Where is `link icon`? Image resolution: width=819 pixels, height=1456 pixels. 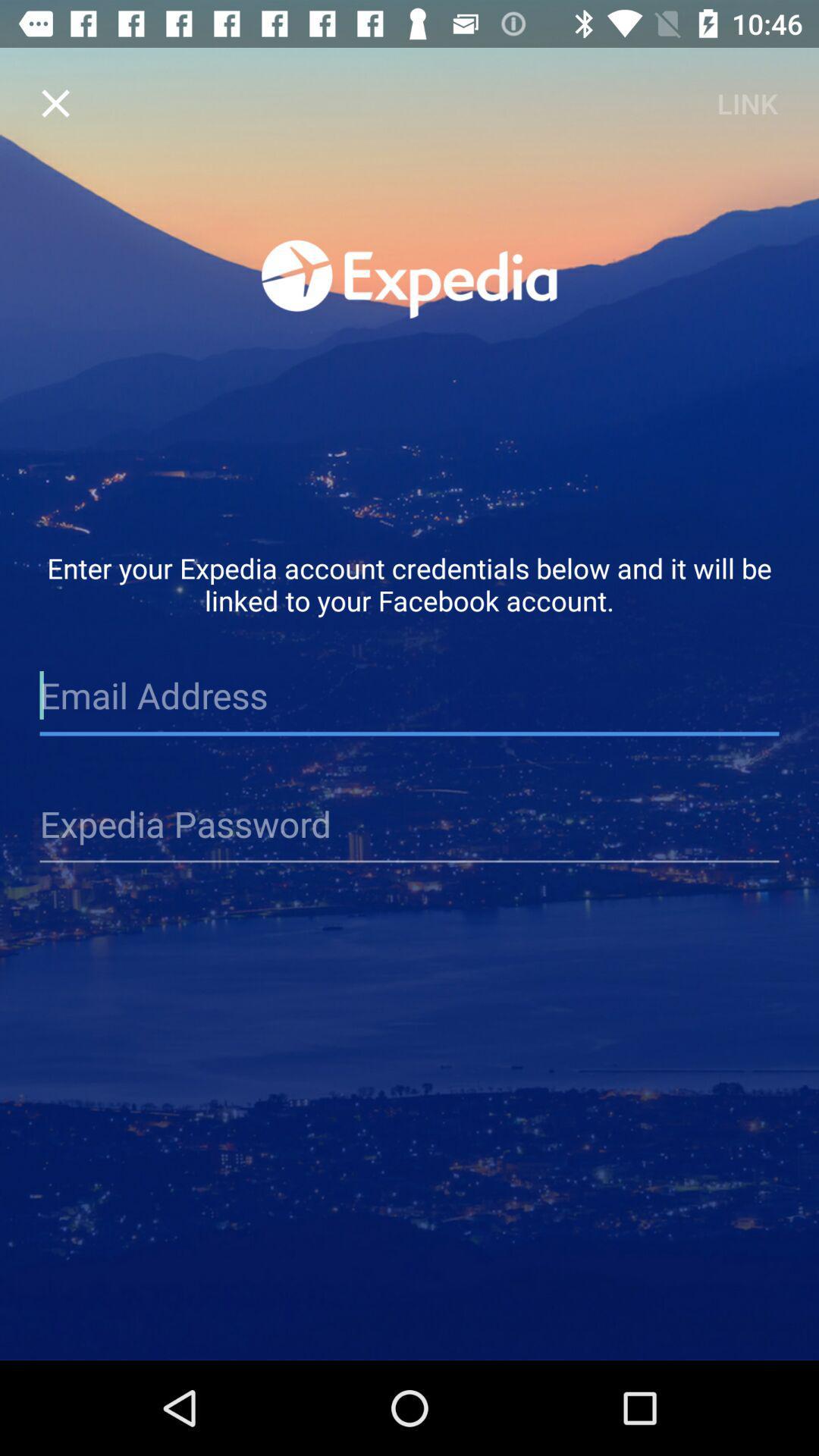
link icon is located at coordinates (746, 102).